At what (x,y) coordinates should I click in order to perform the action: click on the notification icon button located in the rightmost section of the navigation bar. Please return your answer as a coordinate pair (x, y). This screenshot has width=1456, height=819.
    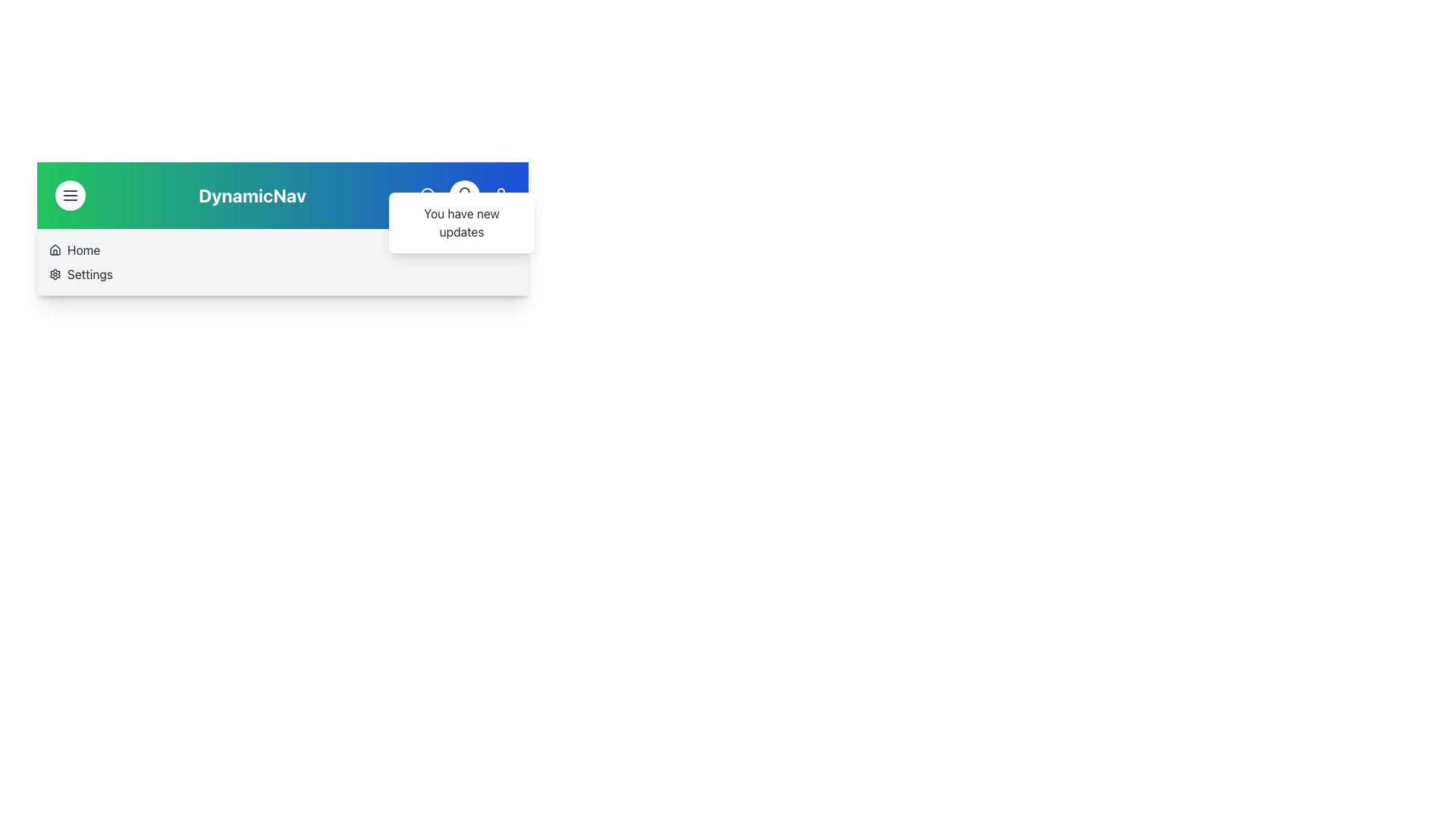
    Looking at the image, I should click on (464, 195).